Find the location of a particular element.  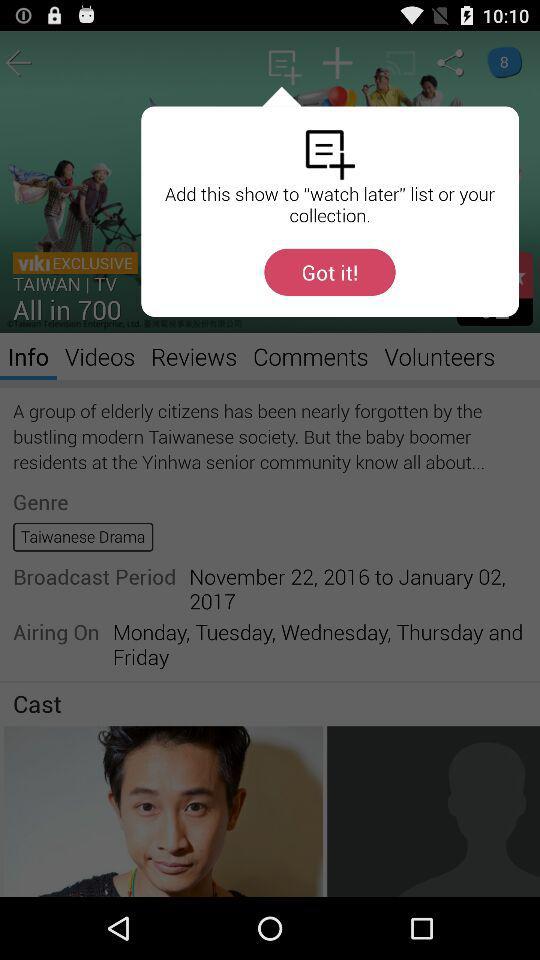

item below add this show icon is located at coordinates (329, 271).